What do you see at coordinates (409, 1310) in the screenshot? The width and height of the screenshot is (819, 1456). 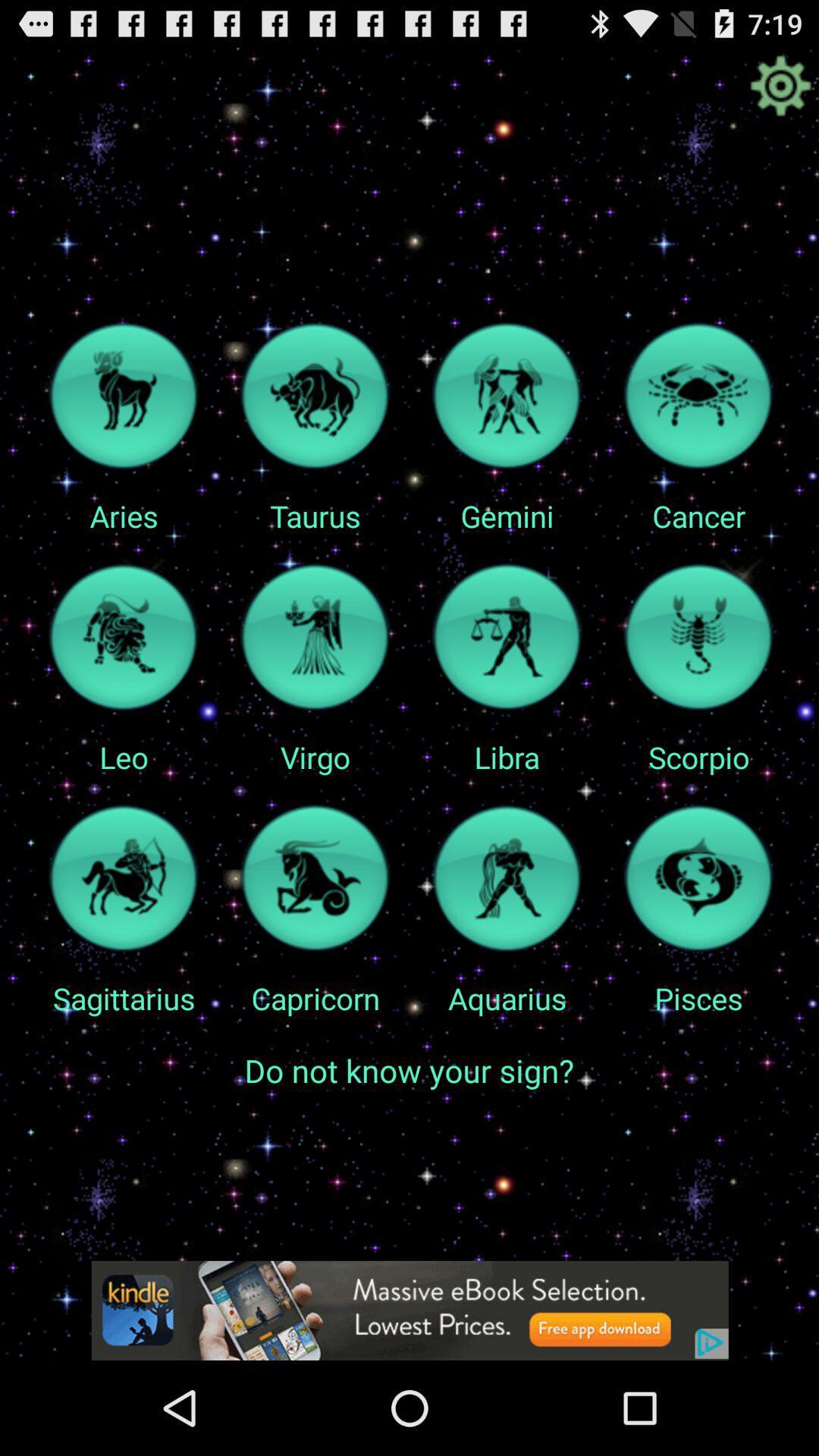 I see `advertisements` at bounding box center [409, 1310].